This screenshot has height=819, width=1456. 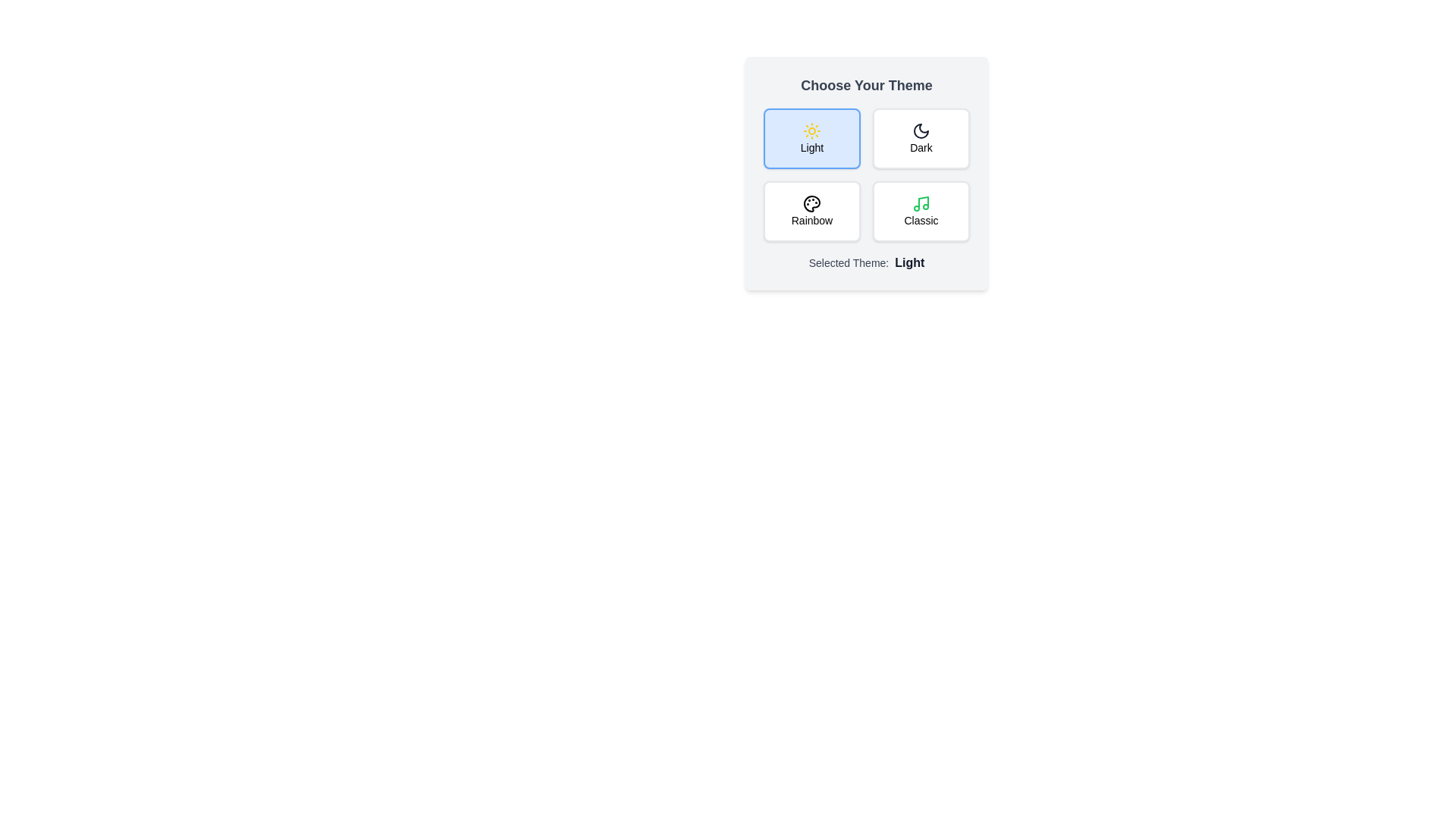 What do you see at coordinates (920, 138) in the screenshot?
I see `the theme button corresponding to the theme Dark` at bounding box center [920, 138].